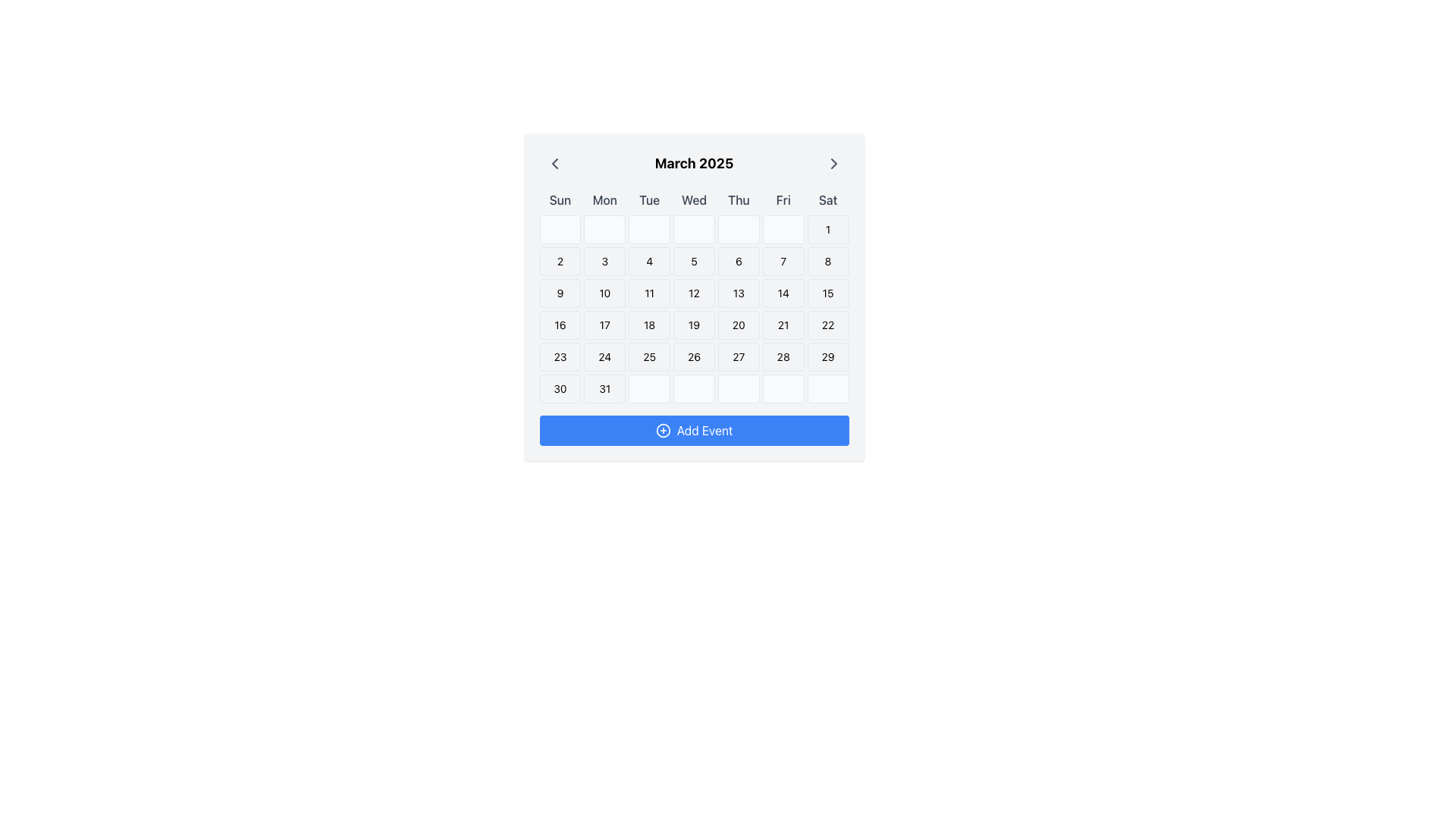 This screenshot has height=819, width=1456. What do you see at coordinates (554, 164) in the screenshot?
I see `the navigational button for moving to the previous month in the calendar view, located to the left of the 'March 2025' title` at bounding box center [554, 164].